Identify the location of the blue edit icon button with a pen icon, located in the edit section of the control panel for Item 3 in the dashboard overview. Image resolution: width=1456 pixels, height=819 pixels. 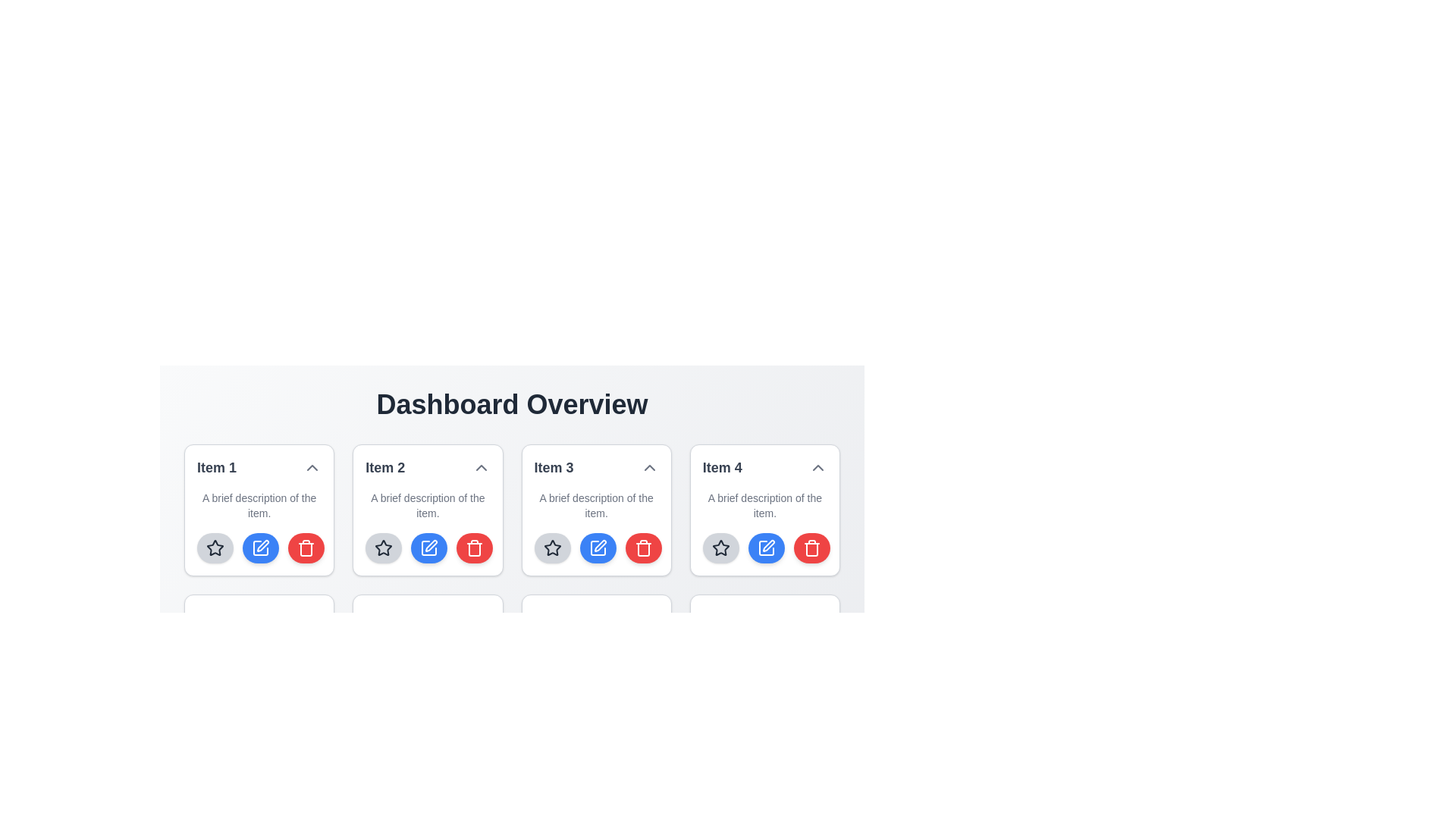
(599, 546).